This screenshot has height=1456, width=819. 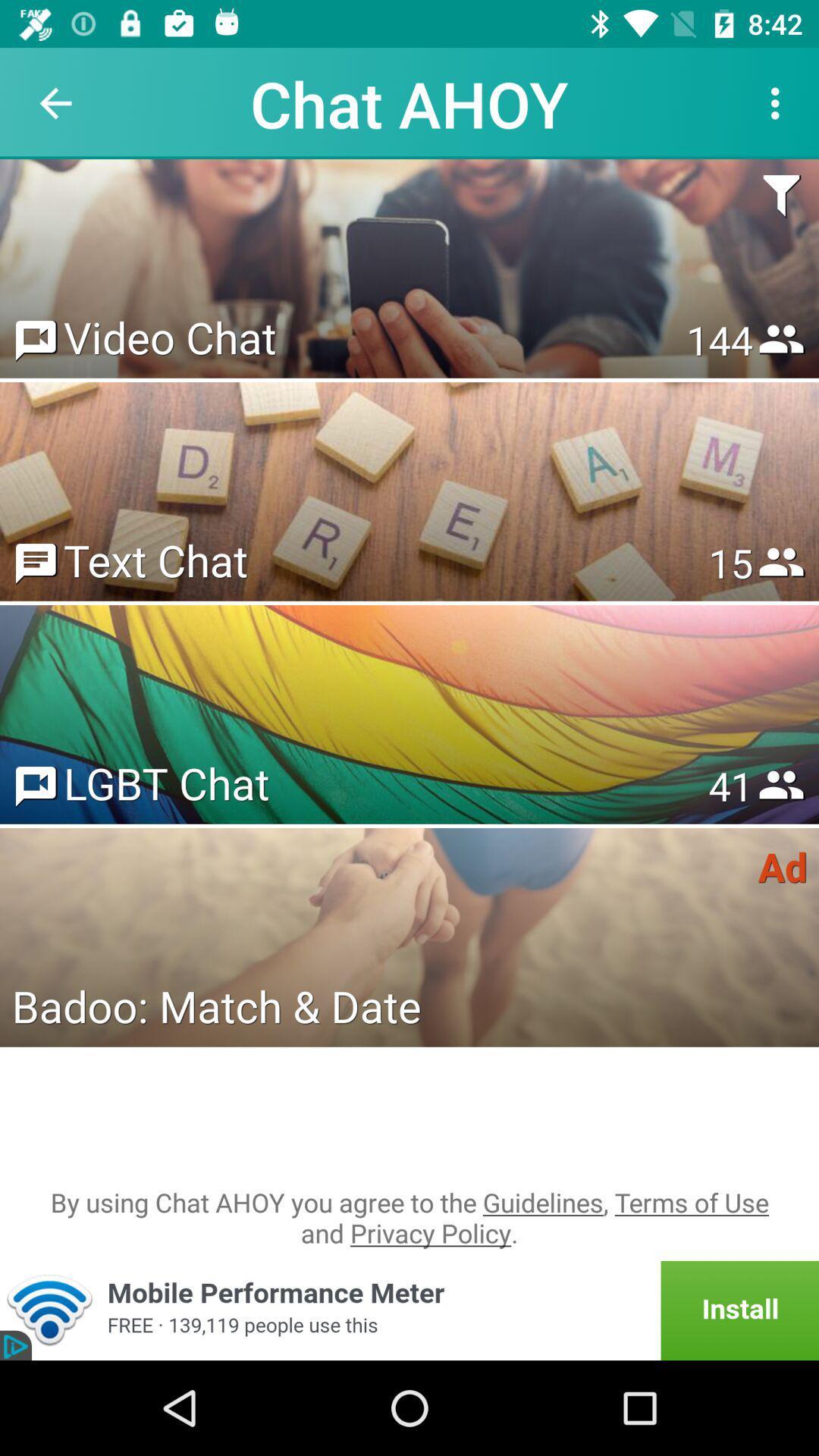 I want to click on icon next to the 153, so click(x=170, y=336).